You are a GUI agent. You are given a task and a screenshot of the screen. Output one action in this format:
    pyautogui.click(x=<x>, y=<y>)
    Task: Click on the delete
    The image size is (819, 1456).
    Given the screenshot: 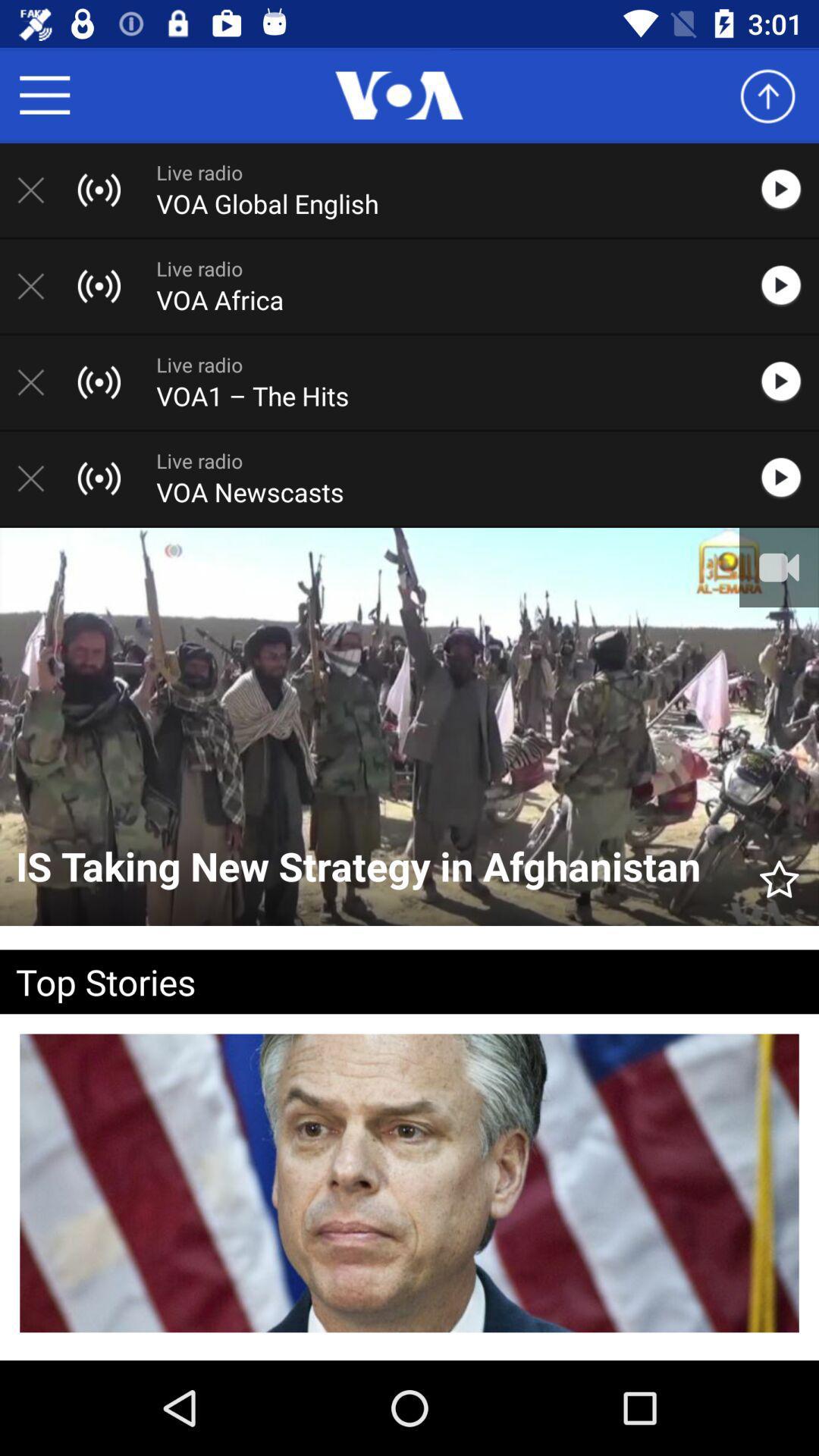 What is the action you would take?
    pyautogui.click(x=38, y=189)
    